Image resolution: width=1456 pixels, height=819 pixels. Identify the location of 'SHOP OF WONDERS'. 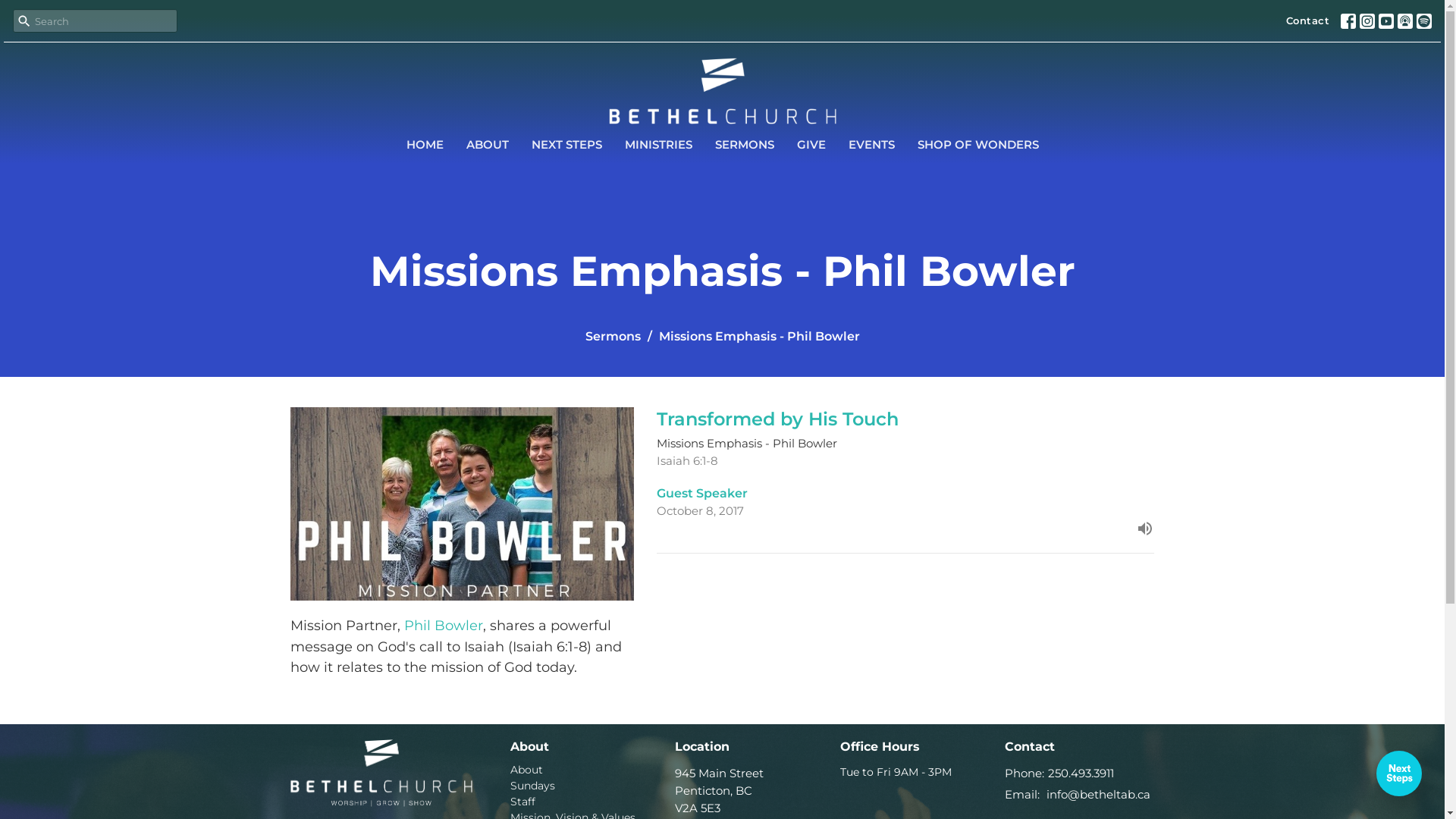
(978, 144).